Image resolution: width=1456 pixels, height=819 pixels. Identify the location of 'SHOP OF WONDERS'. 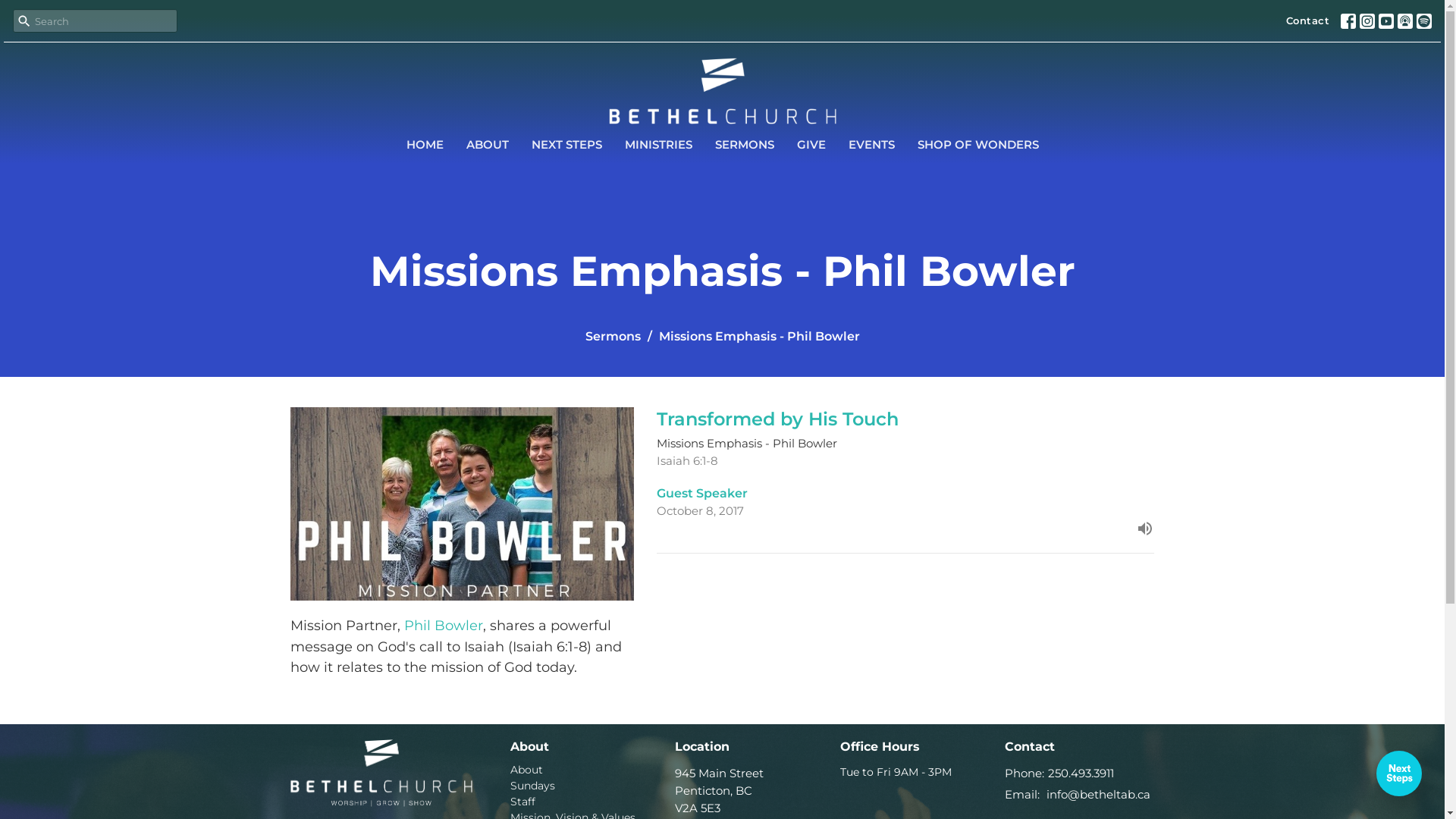
(978, 144).